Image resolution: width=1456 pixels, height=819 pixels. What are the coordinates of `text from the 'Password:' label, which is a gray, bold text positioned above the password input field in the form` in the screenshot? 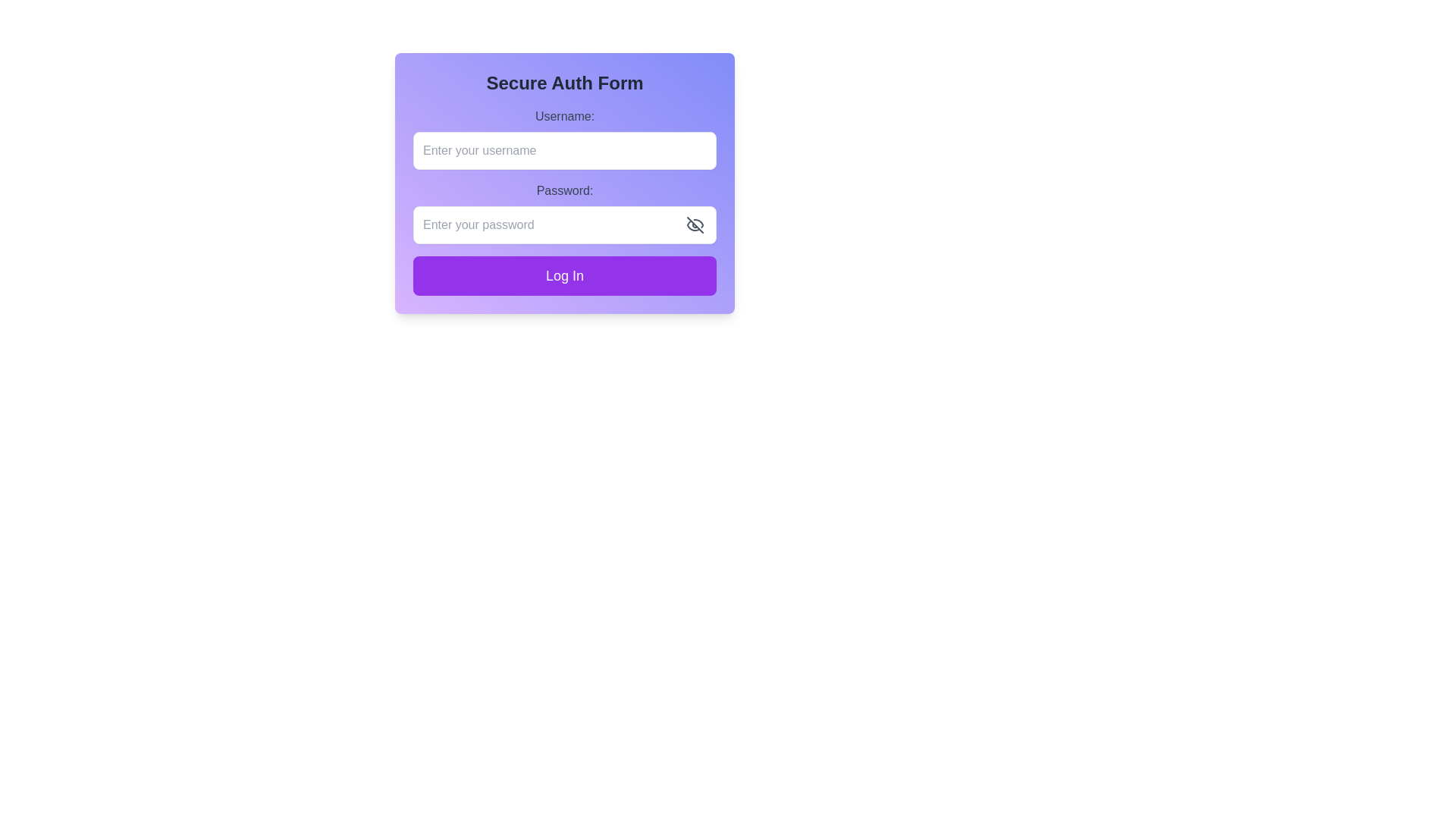 It's located at (563, 190).